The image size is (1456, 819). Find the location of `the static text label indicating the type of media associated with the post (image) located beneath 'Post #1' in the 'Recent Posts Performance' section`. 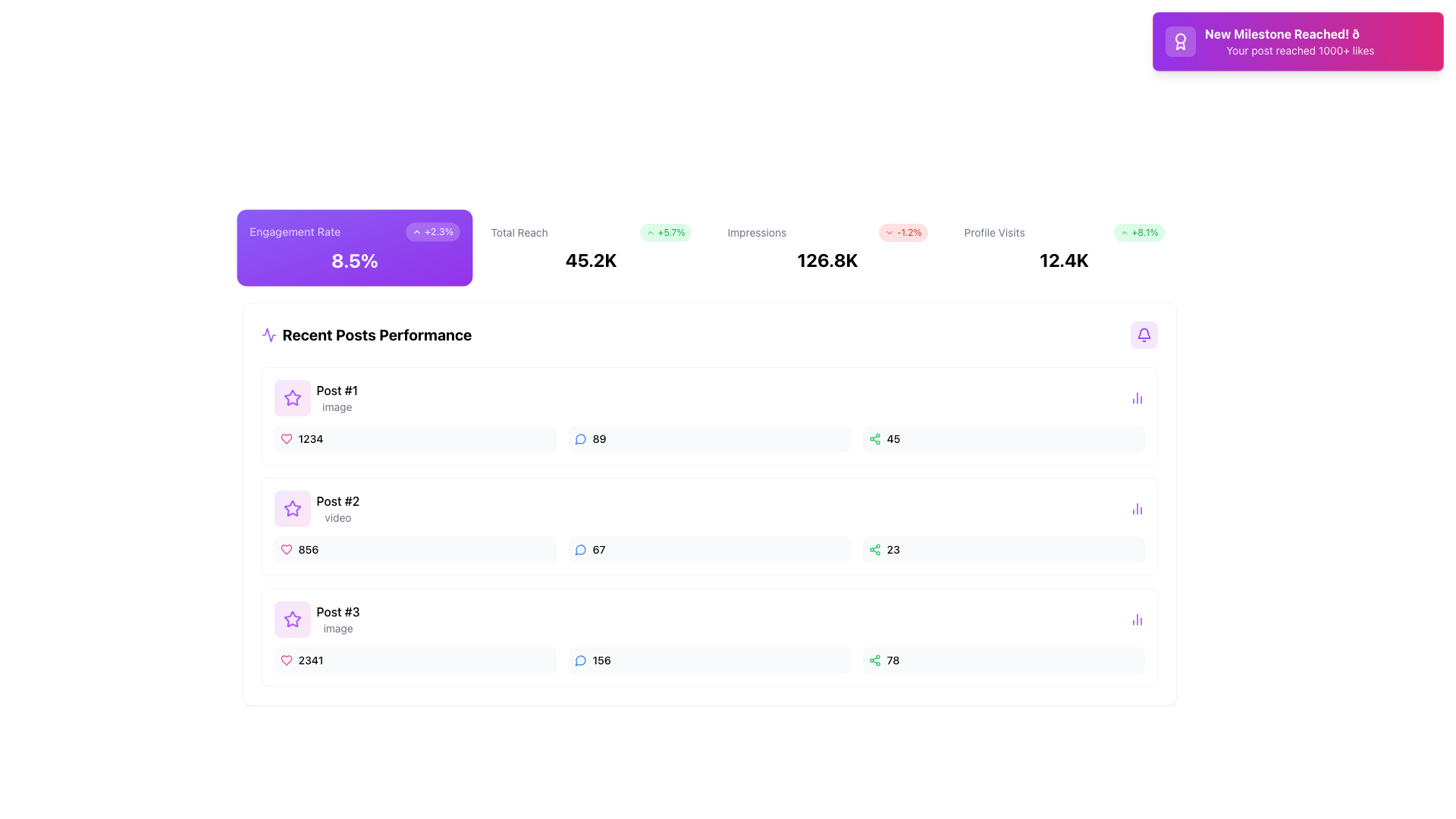

the static text label indicating the type of media associated with the post (image) located beneath 'Post #1' in the 'Recent Posts Performance' section is located at coordinates (336, 406).